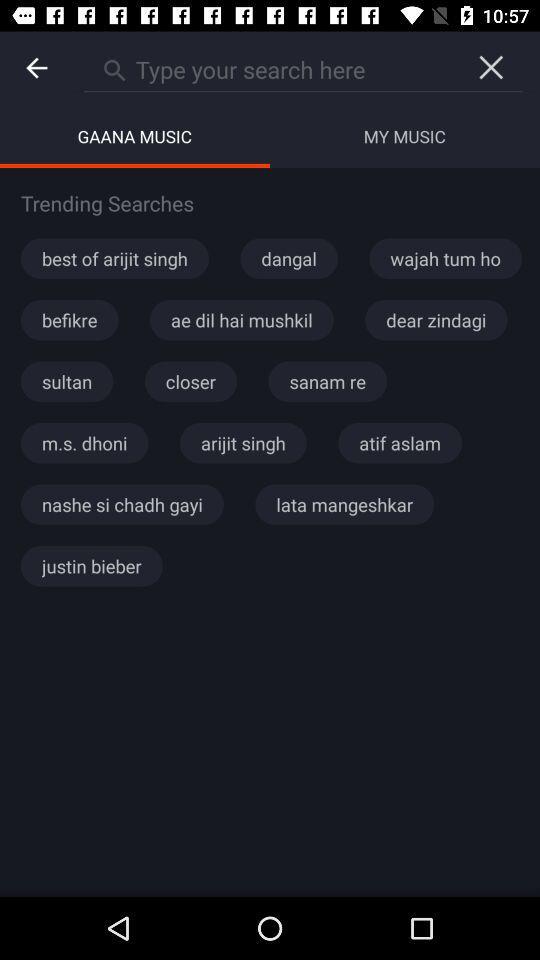 Image resolution: width=540 pixels, height=960 pixels. Describe the element at coordinates (445, 258) in the screenshot. I see `the text which is present to the right of dangal` at that location.